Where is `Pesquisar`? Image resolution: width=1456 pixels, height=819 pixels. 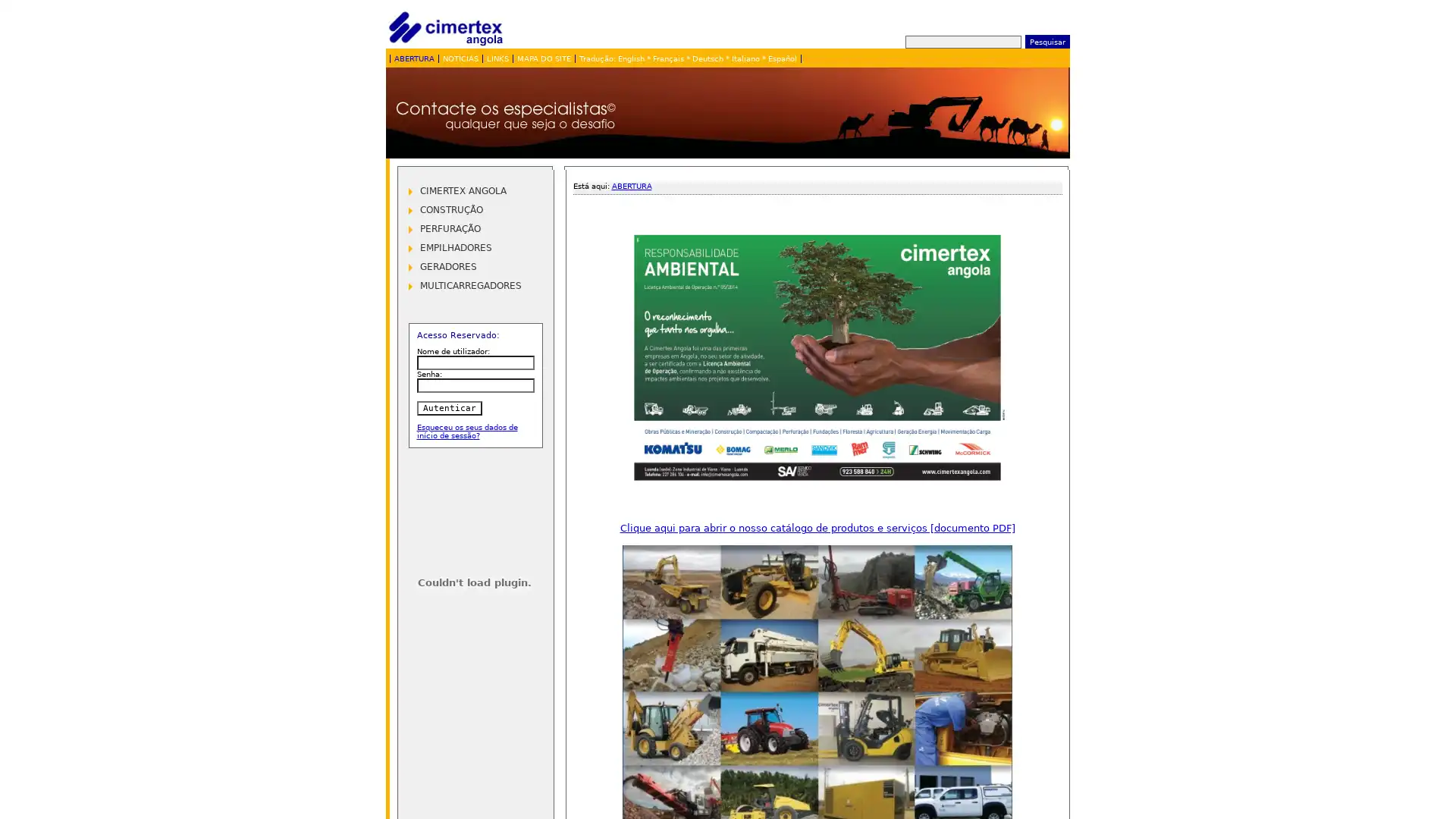
Pesquisar is located at coordinates (1046, 40).